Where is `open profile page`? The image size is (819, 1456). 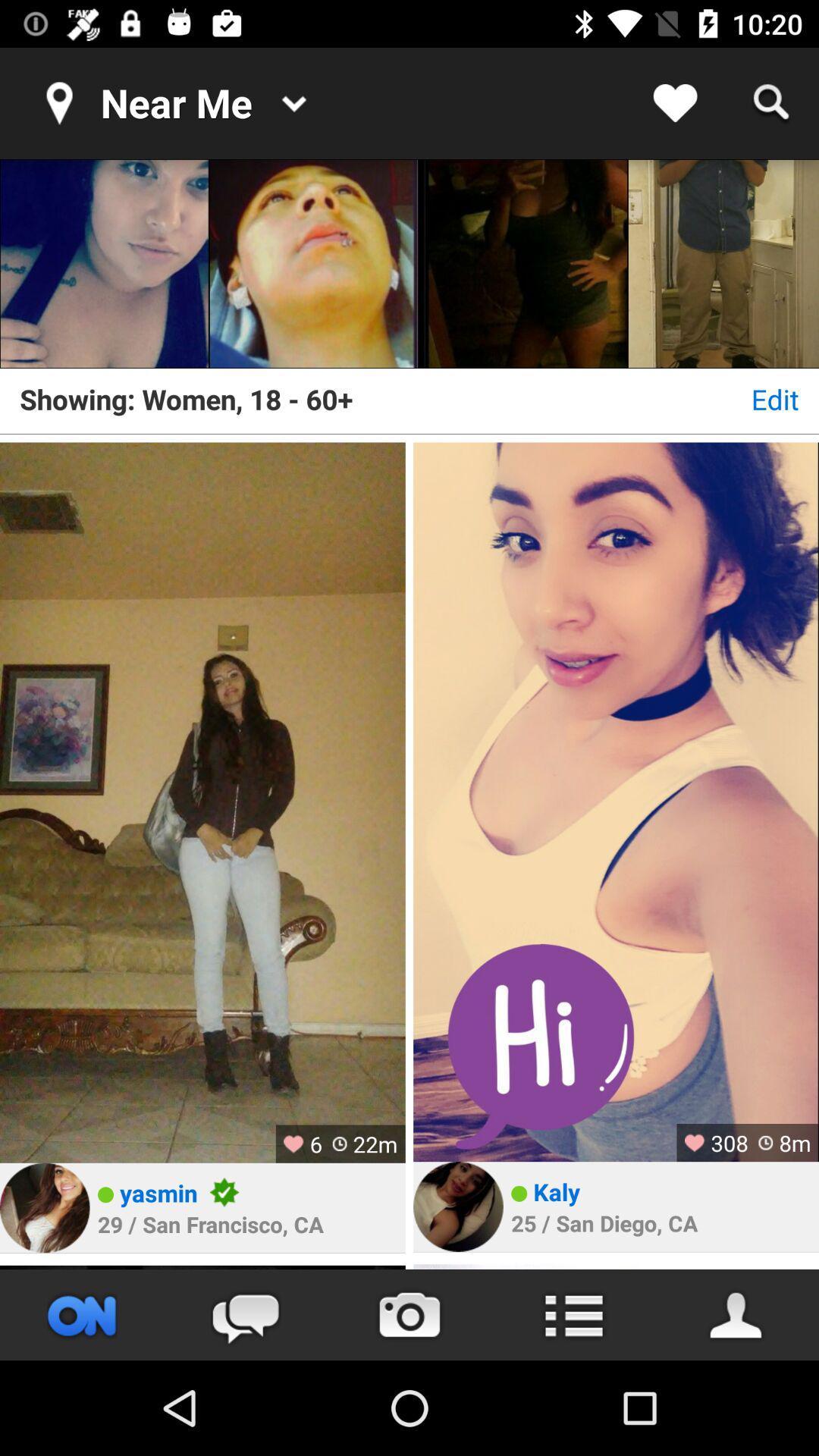
open profile page is located at coordinates (736, 1314).